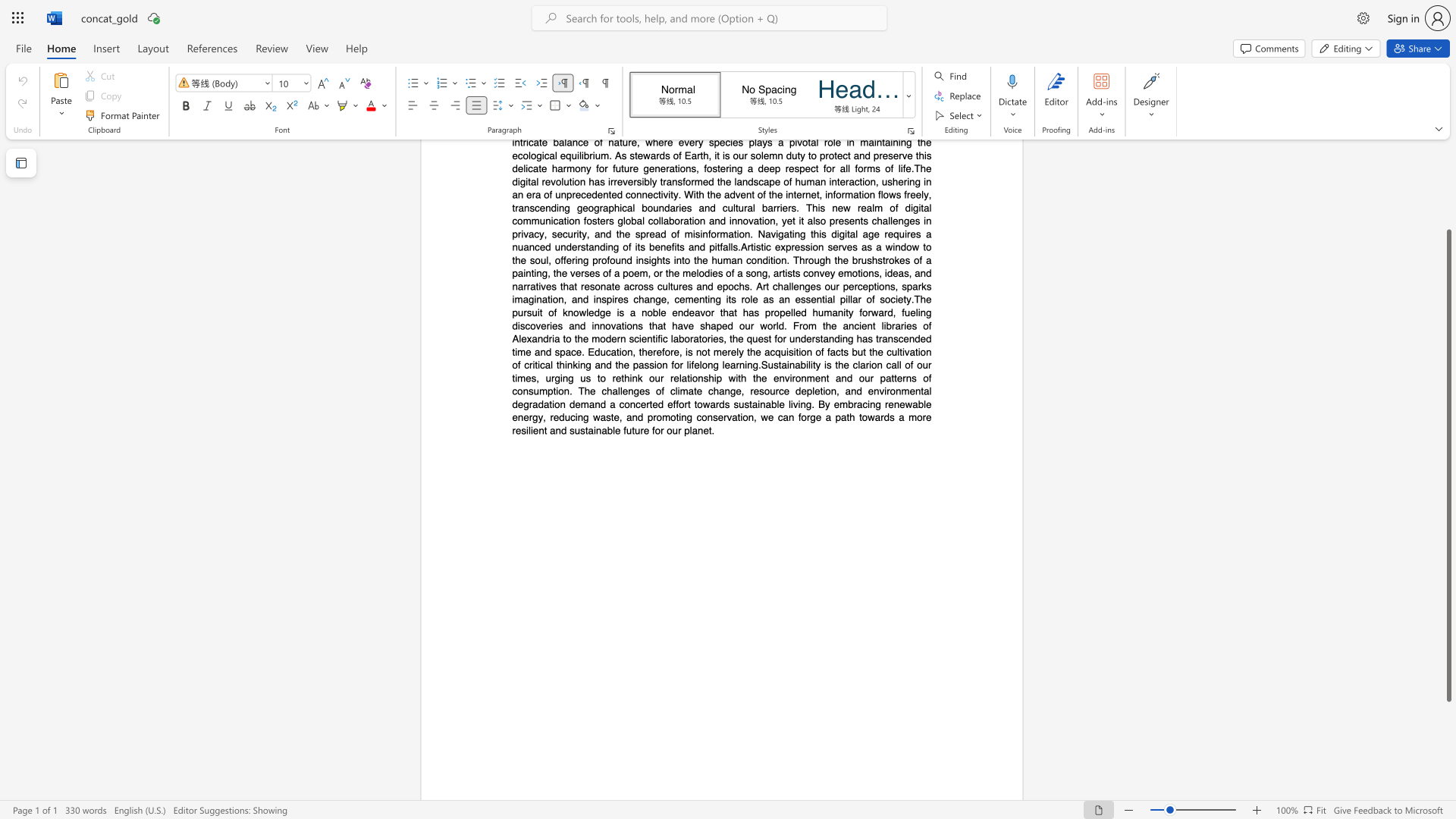 The width and height of the screenshot is (1456, 819). What do you see at coordinates (1448, 465) in the screenshot?
I see `the scrollbar and move down 140 pixels` at bounding box center [1448, 465].